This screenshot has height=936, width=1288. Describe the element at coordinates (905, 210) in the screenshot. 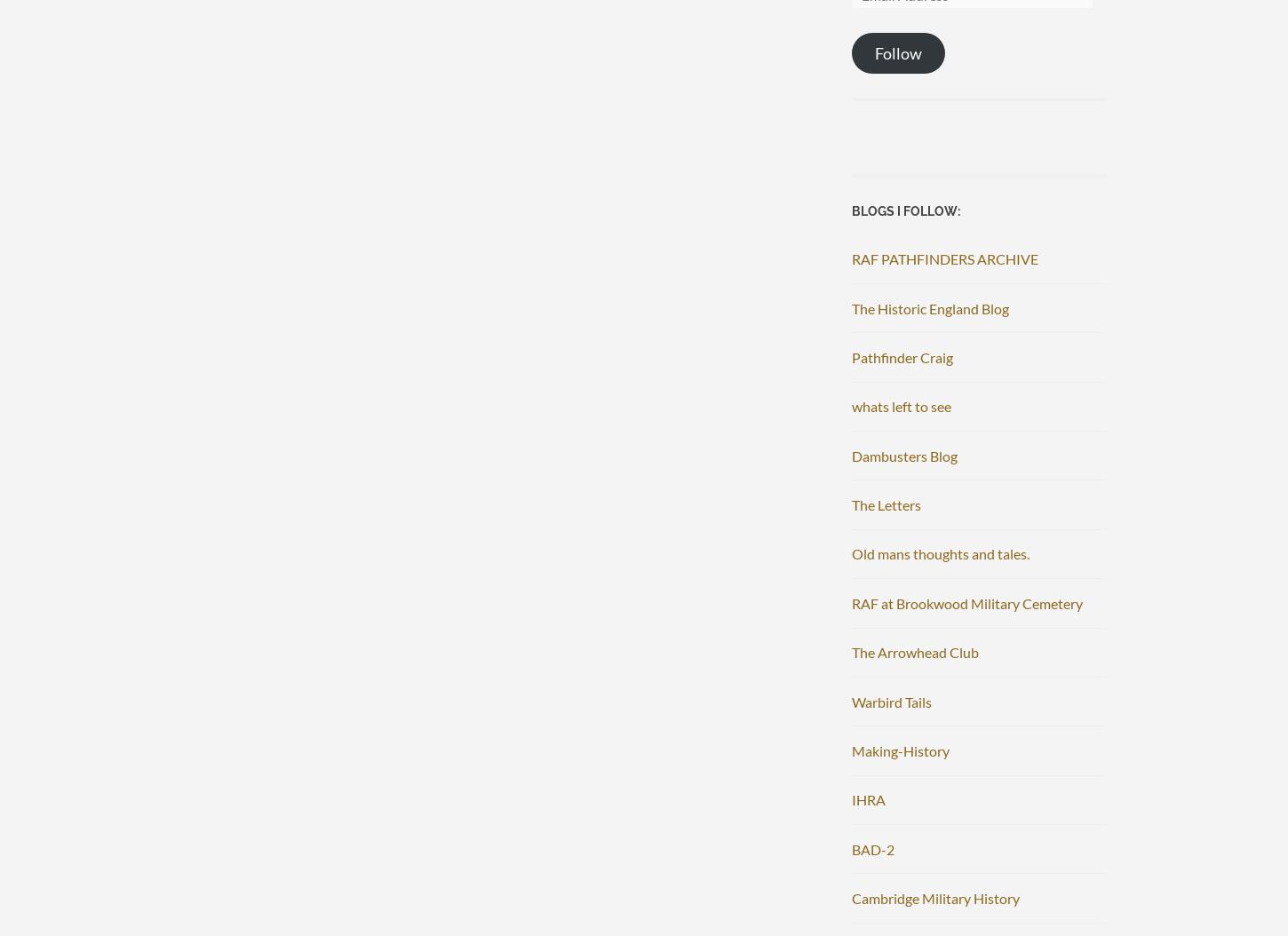

I see `'Blogs I follow:'` at that location.